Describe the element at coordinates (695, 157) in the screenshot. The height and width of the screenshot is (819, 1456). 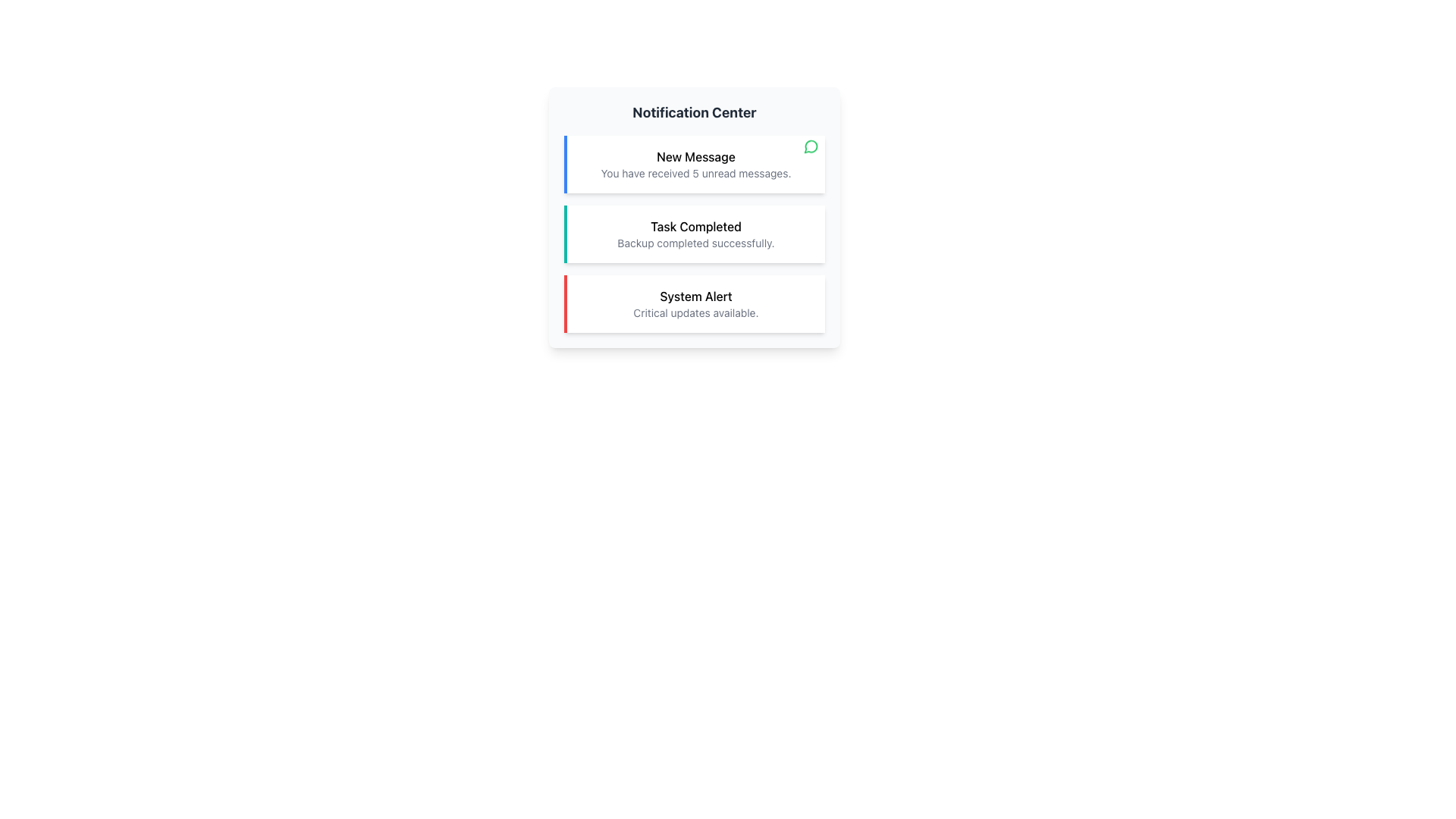
I see `informational text label that serves as a heading for the notification card, which is located at the top of the first notification card in the main interface` at that location.